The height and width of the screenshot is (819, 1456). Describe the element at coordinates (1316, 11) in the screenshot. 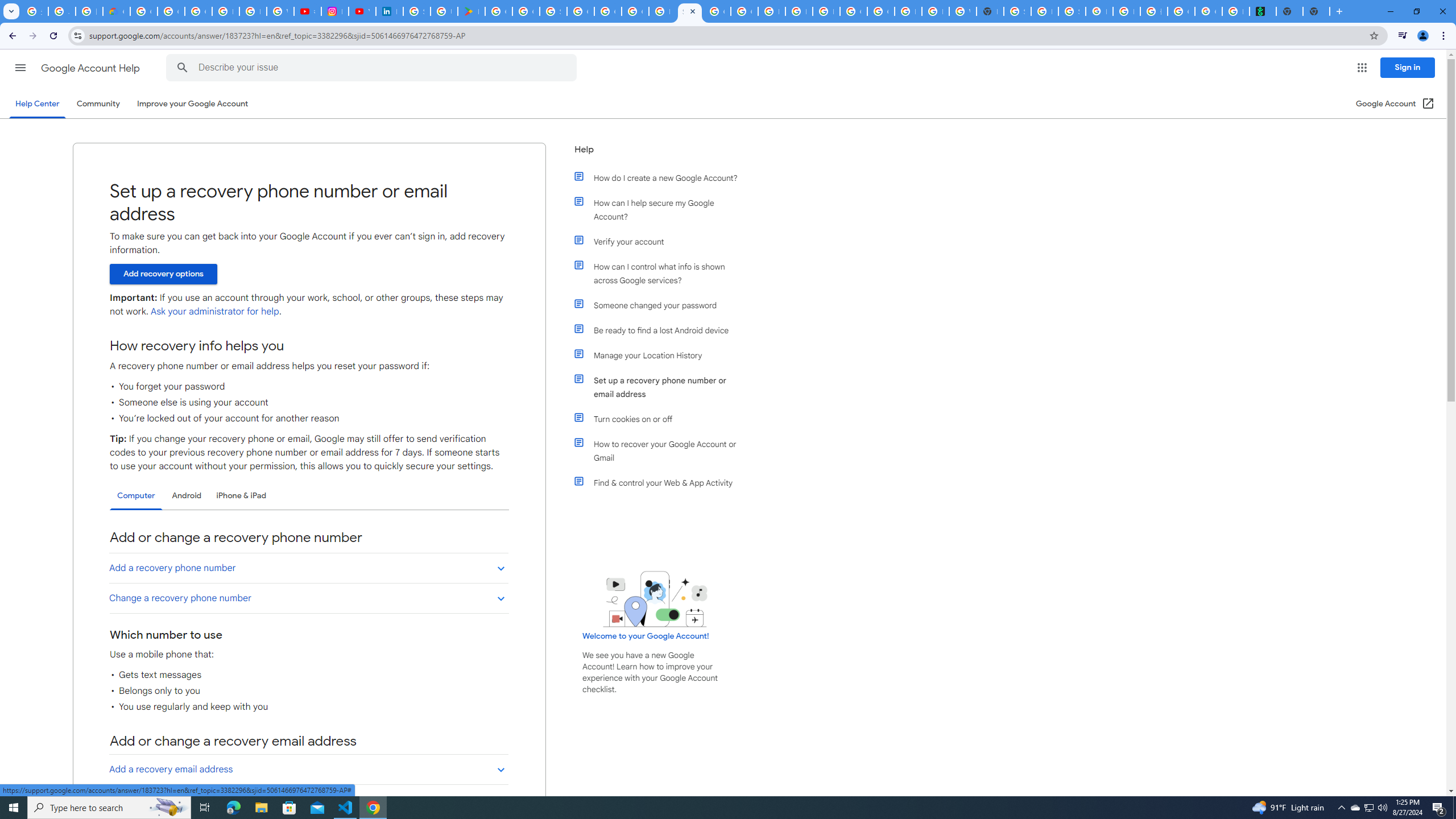

I see `'New Tab'` at that location.